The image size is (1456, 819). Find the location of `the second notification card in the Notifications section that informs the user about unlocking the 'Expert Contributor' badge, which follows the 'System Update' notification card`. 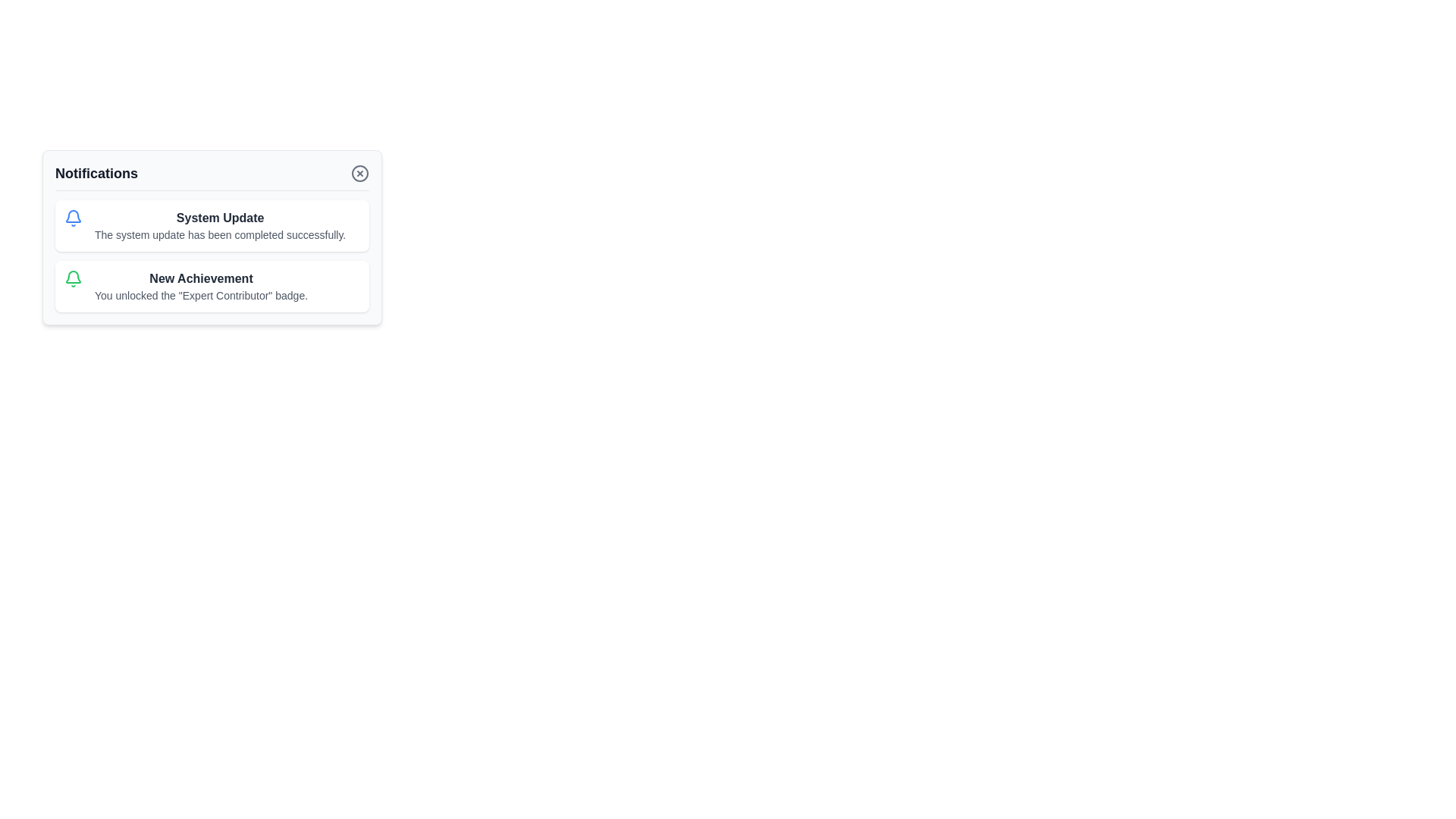

the second notification card in the Notifications section that informs the user about unlocking the 'Expert Contributor' badge, which follows the 'System Update' notification card is located at coordinates (211, 287).